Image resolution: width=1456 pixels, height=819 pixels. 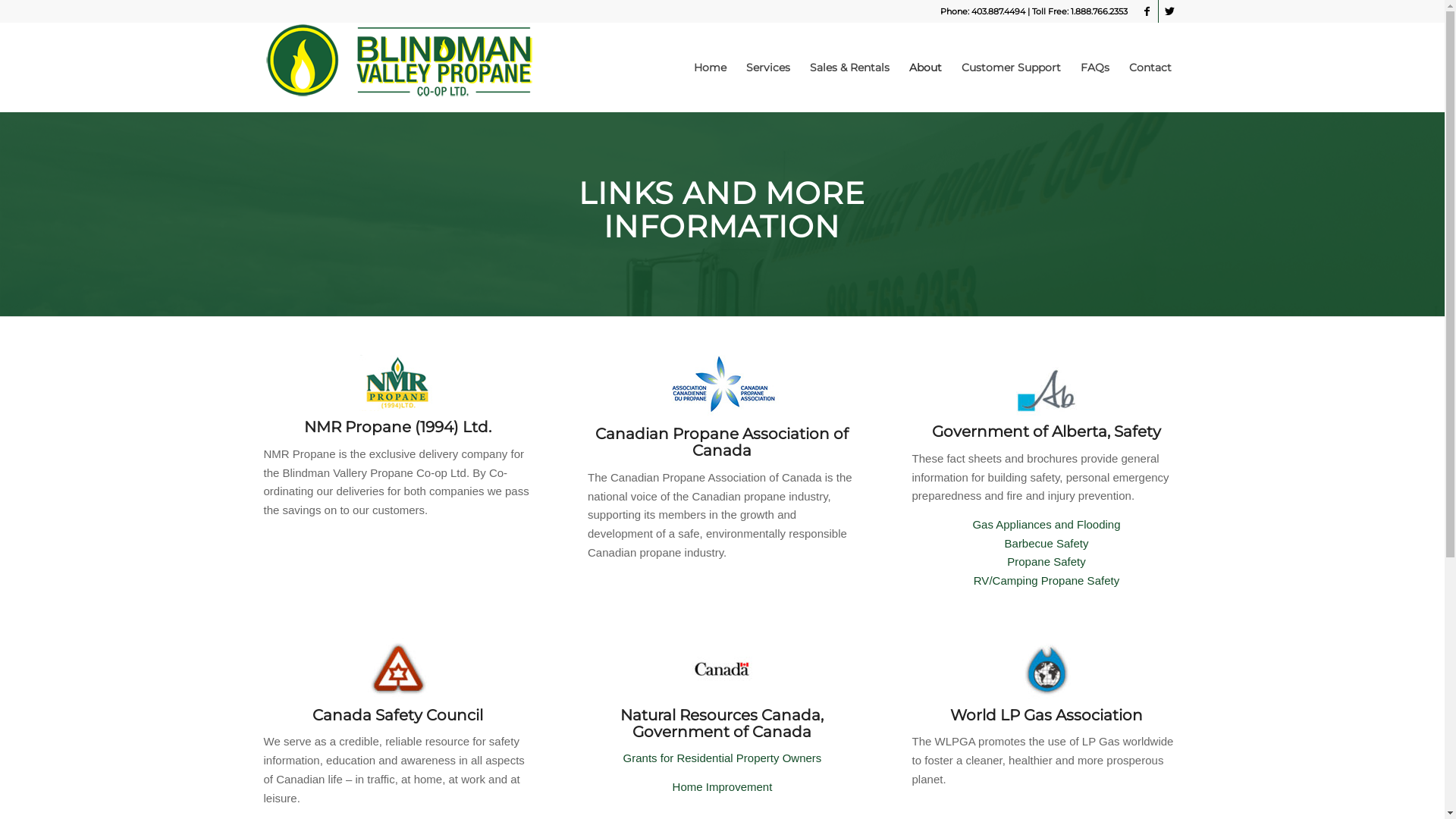 I want to click on 'Twitter', so click(x=1157, y=11).